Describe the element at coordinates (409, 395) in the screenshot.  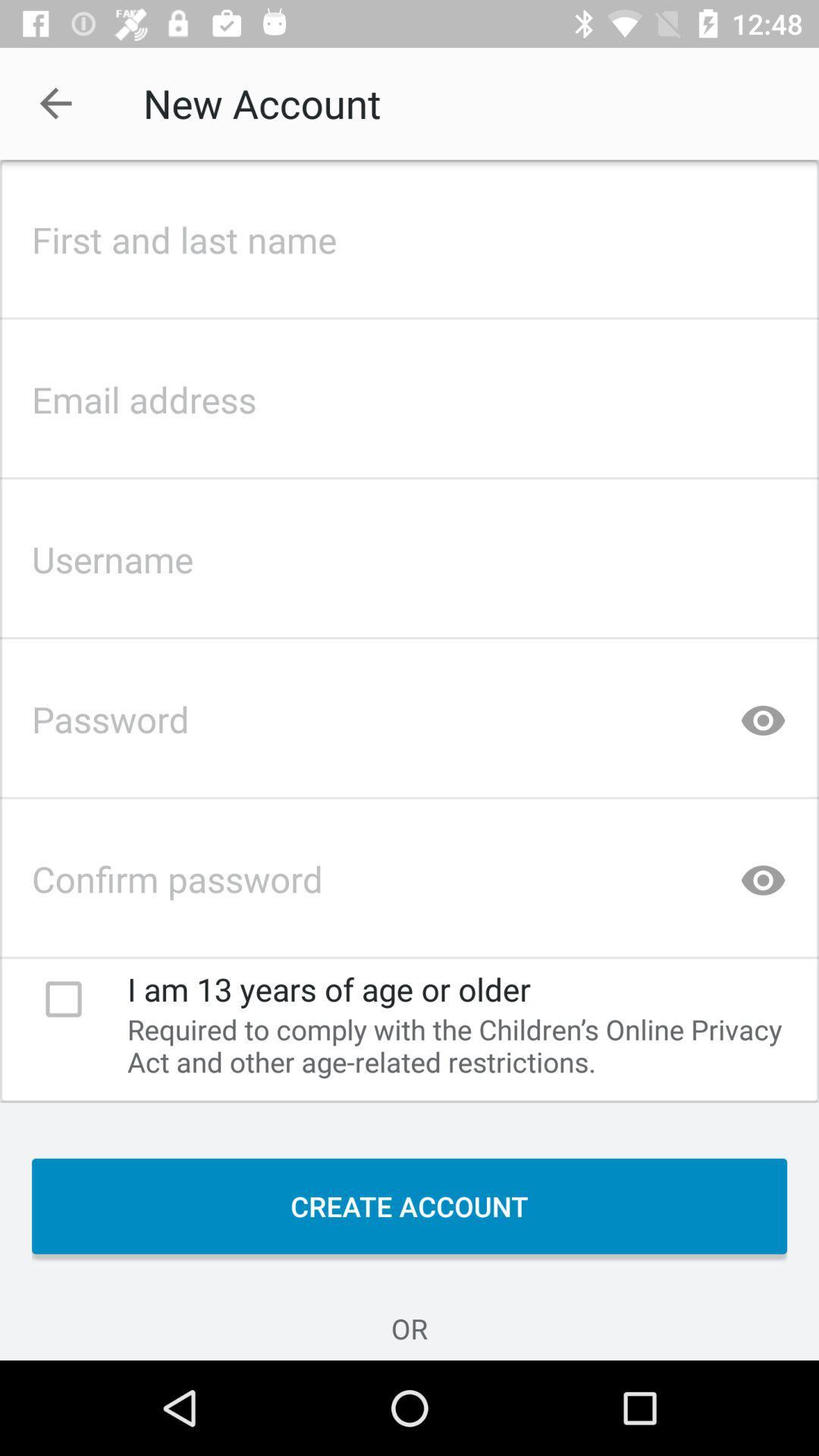
I see `email address` at that location.